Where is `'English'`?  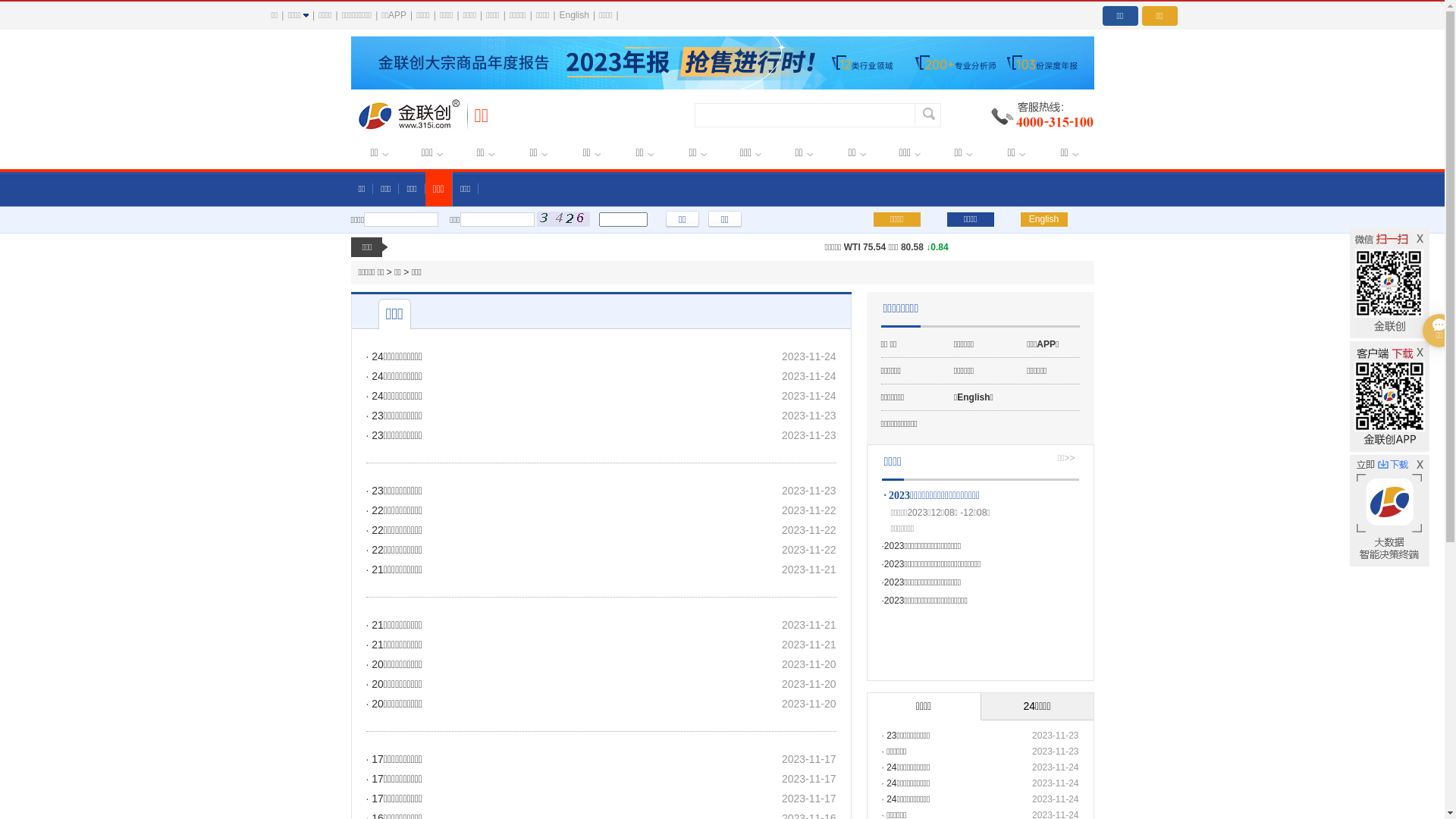
'English' is located at coordinates (573, 14).